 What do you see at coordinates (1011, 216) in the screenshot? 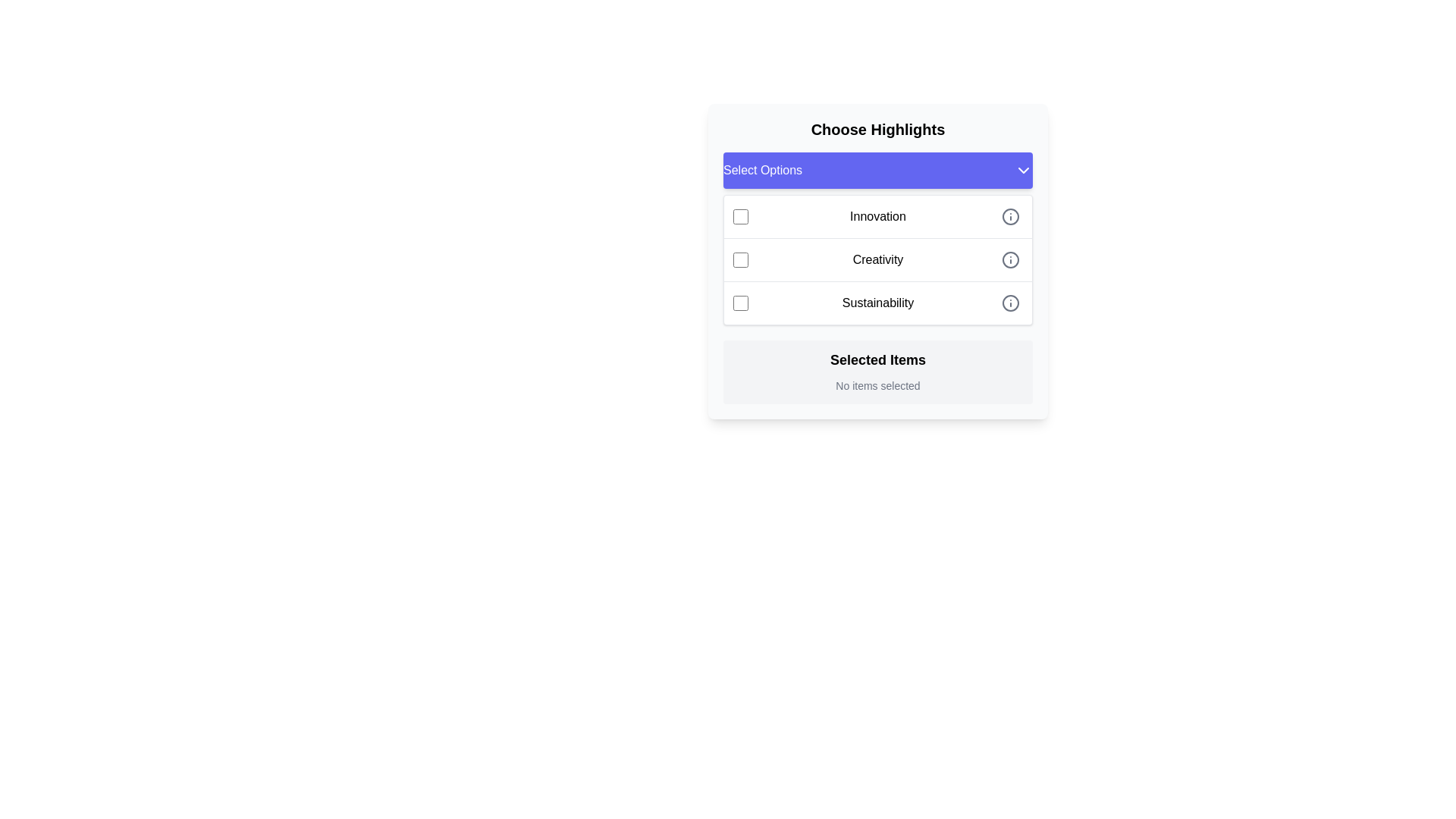
I see `the circular SVG graphic located to the right of the 'Innovation' text in the second row under the 'Choose Highlights' section` at bounding box center [1011, 216].